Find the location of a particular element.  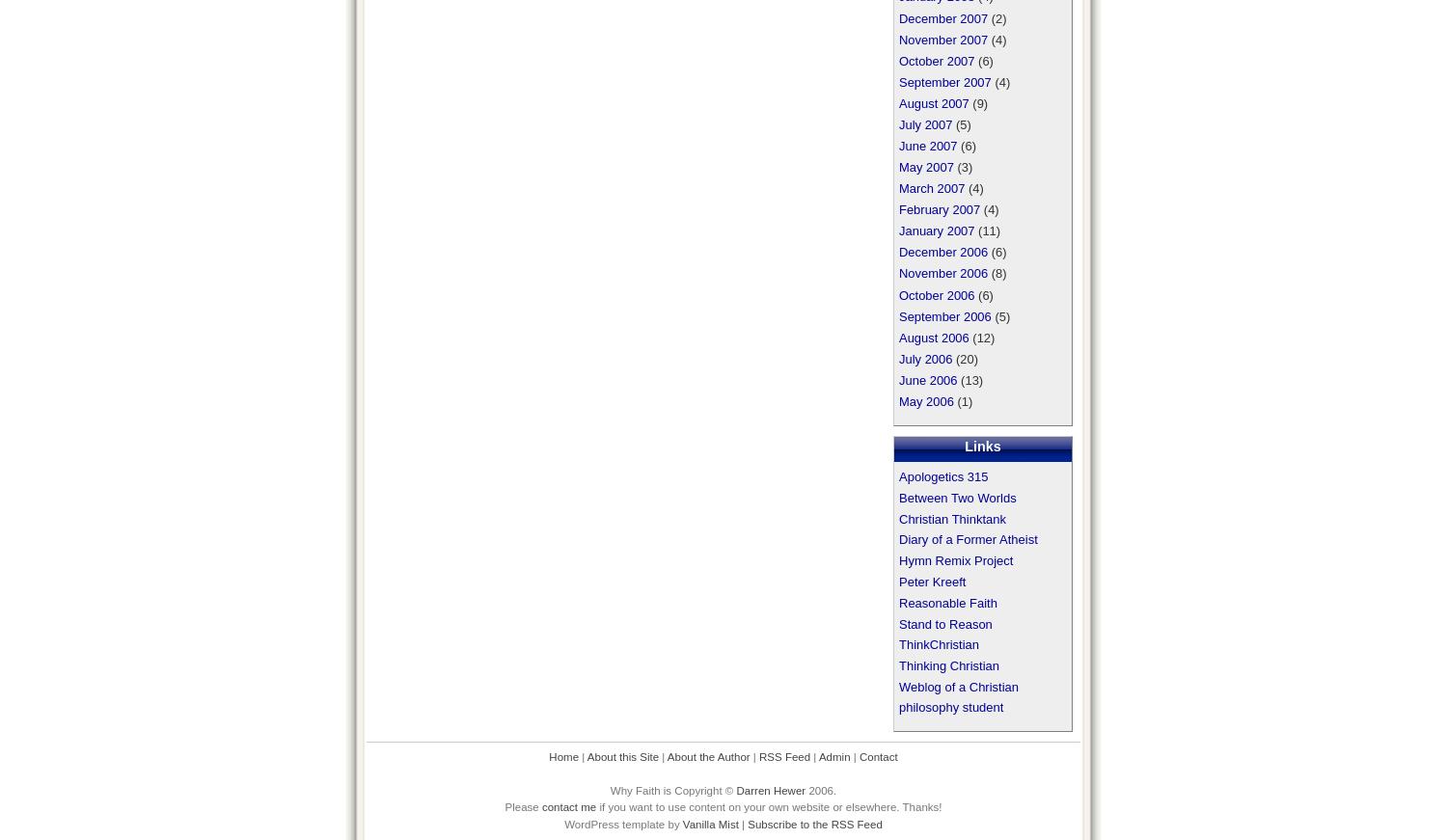

'About the Author' is located at coordinates (706, 757).